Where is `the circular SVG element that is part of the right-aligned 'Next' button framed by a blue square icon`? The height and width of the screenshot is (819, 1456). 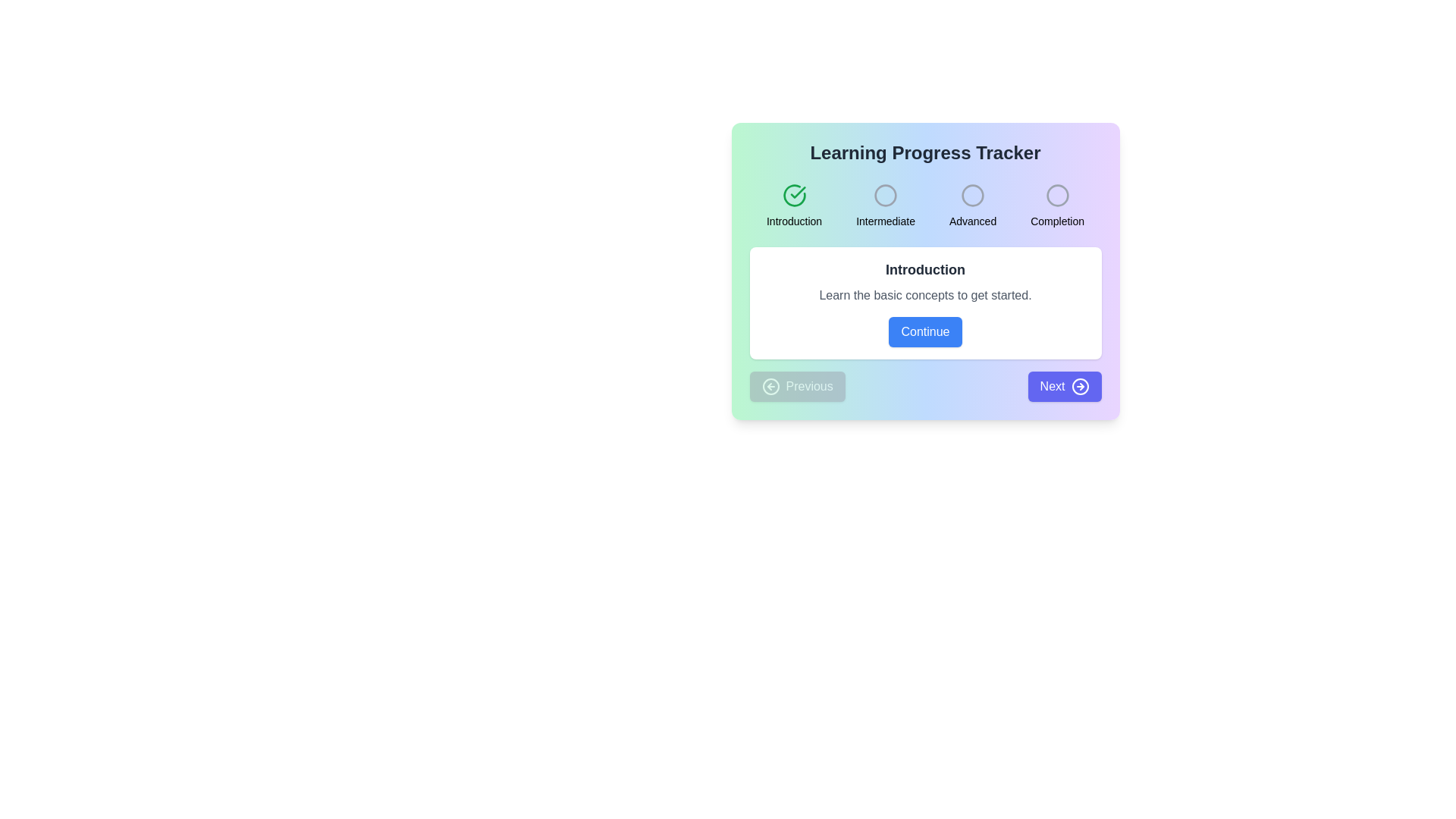
the circular SVG element that is part of the right-aligned 'Next' button framed by a blue square icon is located at coordinates (1079, 385).